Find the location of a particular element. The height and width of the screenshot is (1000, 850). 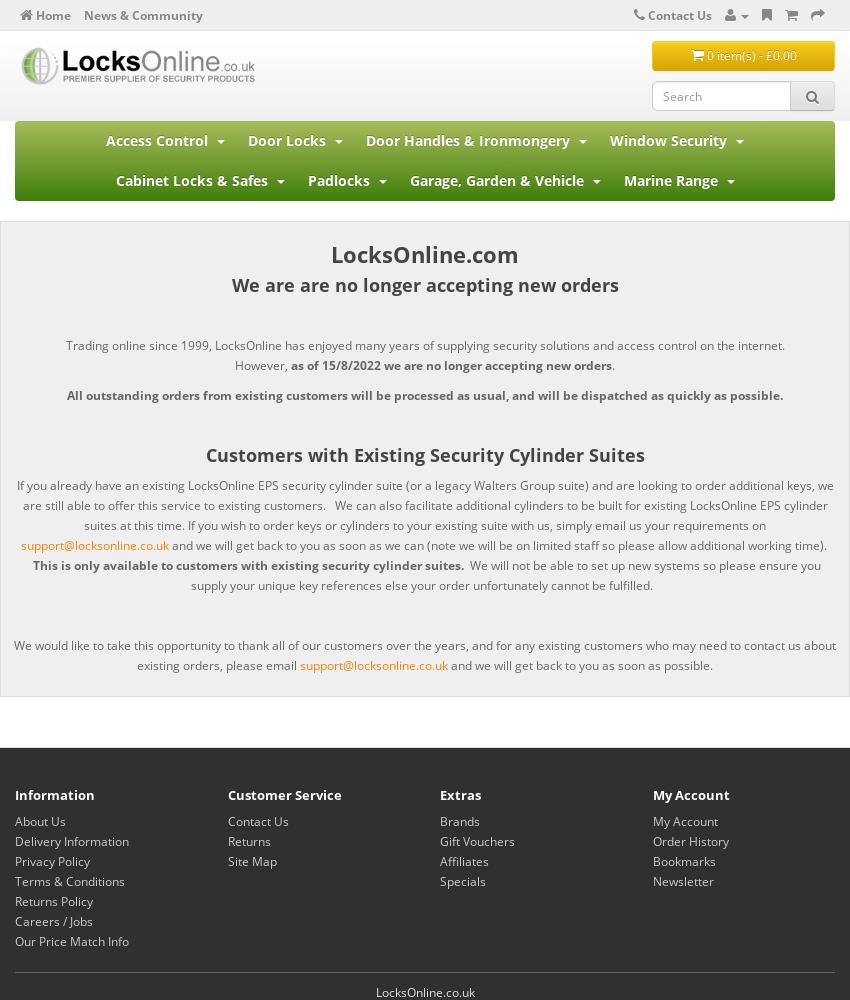

'Brands' is located at coordinates (438, 820).